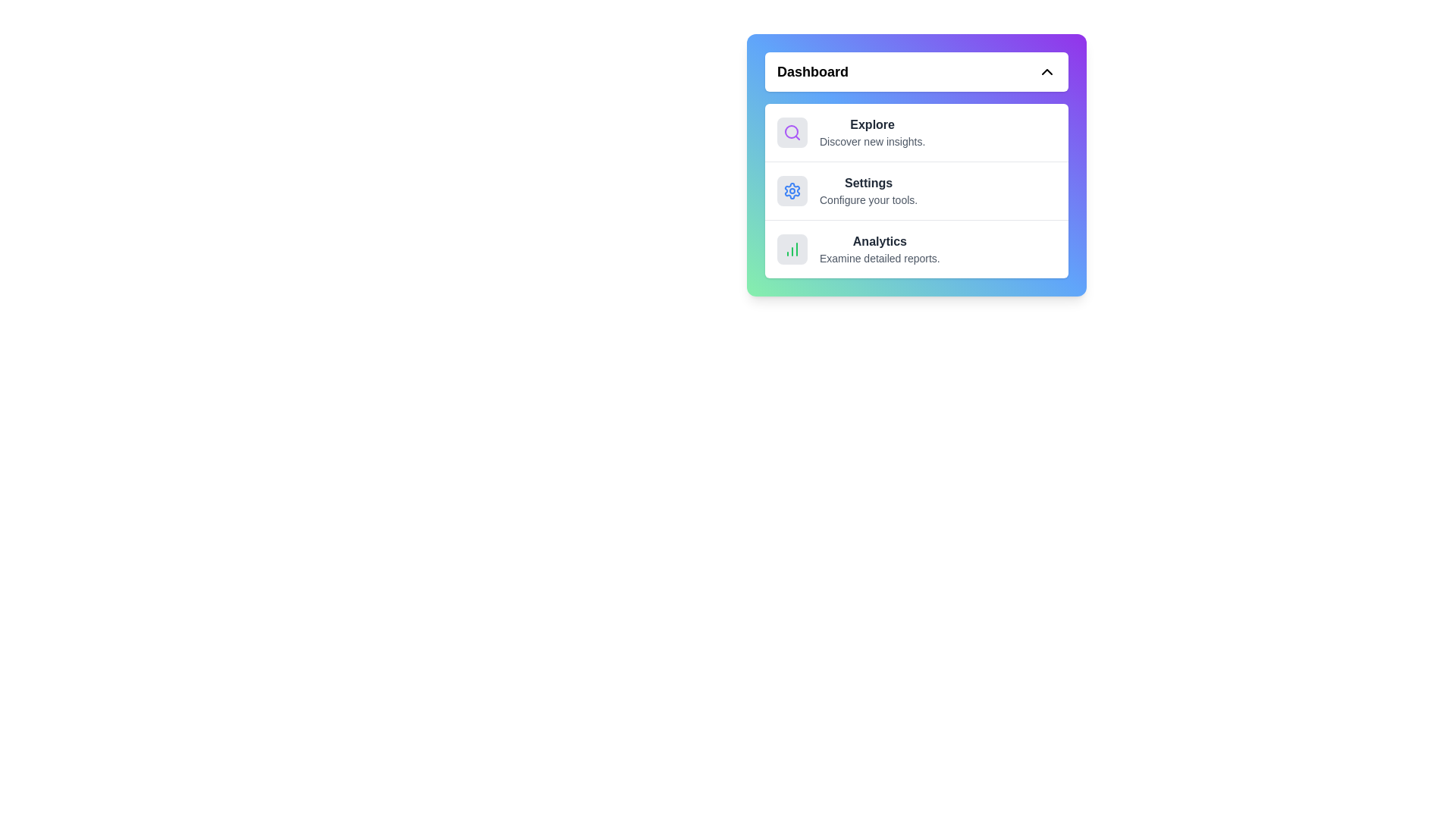 The width and height of the screenshot is (1456, 819). Describe the element at coordinates (916, 189) in the screenshot. I see `the menu item Settings to see its hover effect` at that location.